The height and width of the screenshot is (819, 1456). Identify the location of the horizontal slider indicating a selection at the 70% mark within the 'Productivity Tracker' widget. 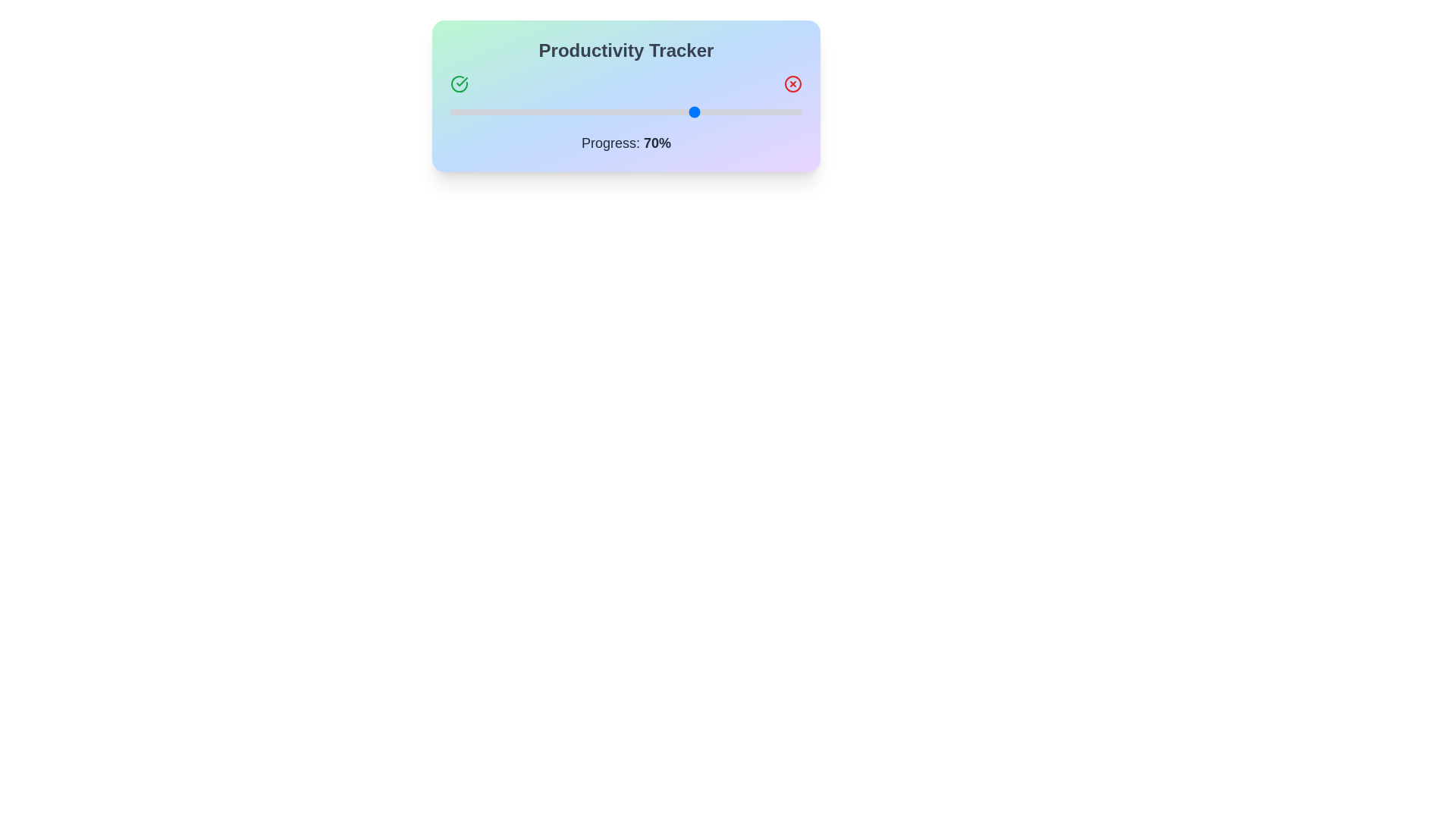
(626, 111).